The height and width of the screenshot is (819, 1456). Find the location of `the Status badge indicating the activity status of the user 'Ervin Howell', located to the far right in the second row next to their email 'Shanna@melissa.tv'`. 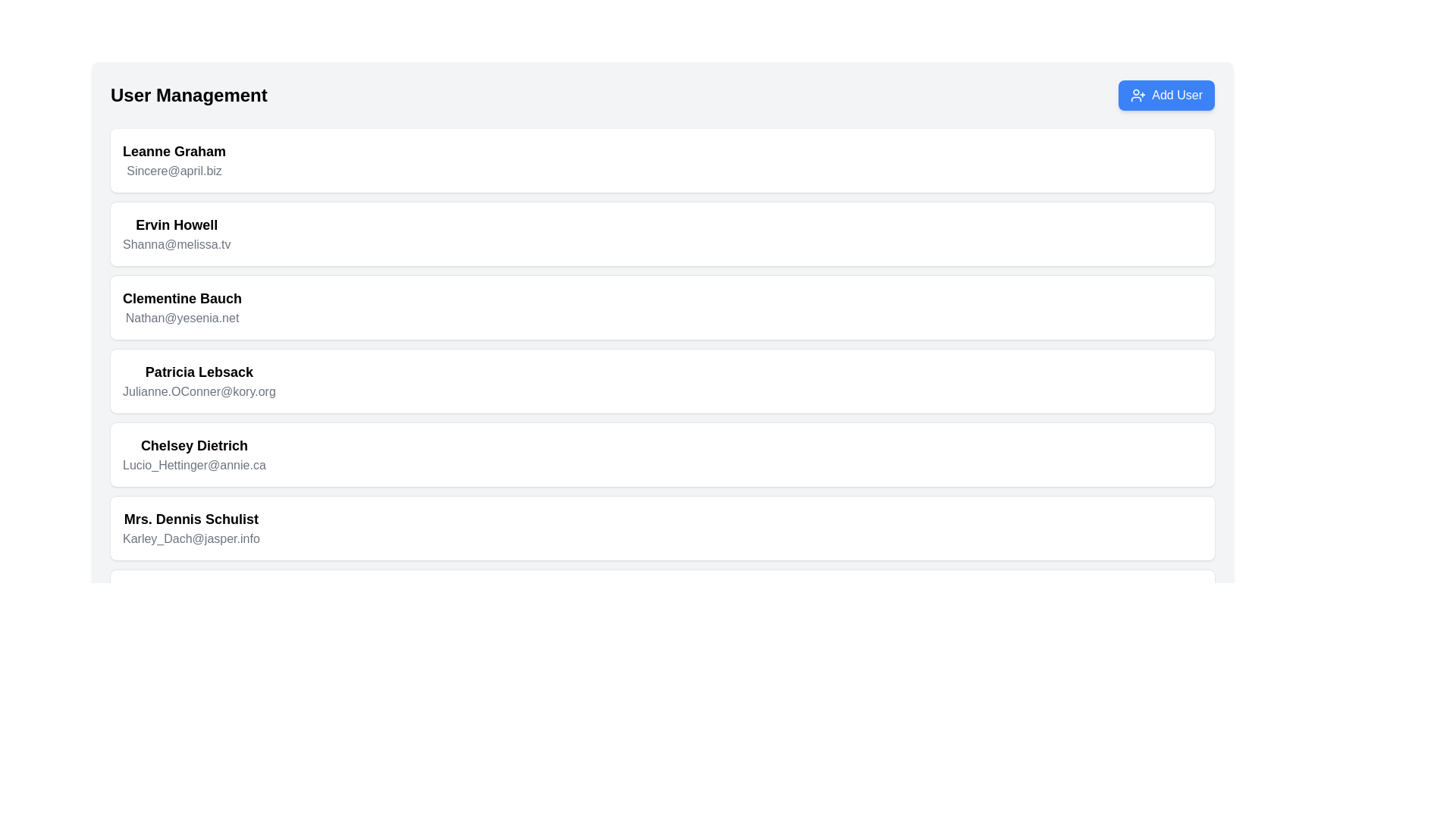

the Status badge indicating the activity status of the user 'Ervin Howell', located to the far right in the second row next to their email 'Shanna@melissa.tv' is located at coordinates (1178, 234).